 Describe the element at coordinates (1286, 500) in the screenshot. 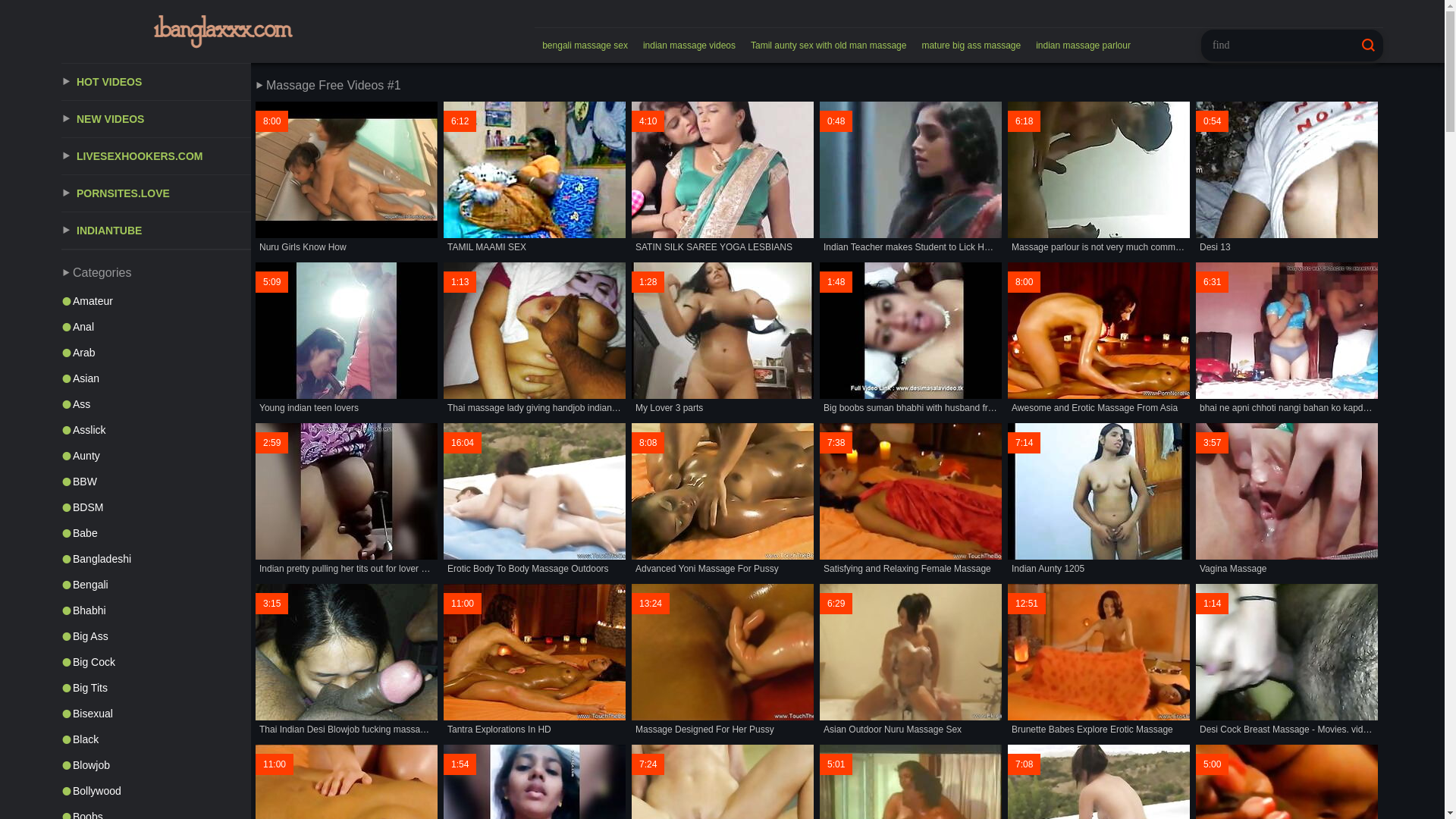

I see `'3:57` at that location.